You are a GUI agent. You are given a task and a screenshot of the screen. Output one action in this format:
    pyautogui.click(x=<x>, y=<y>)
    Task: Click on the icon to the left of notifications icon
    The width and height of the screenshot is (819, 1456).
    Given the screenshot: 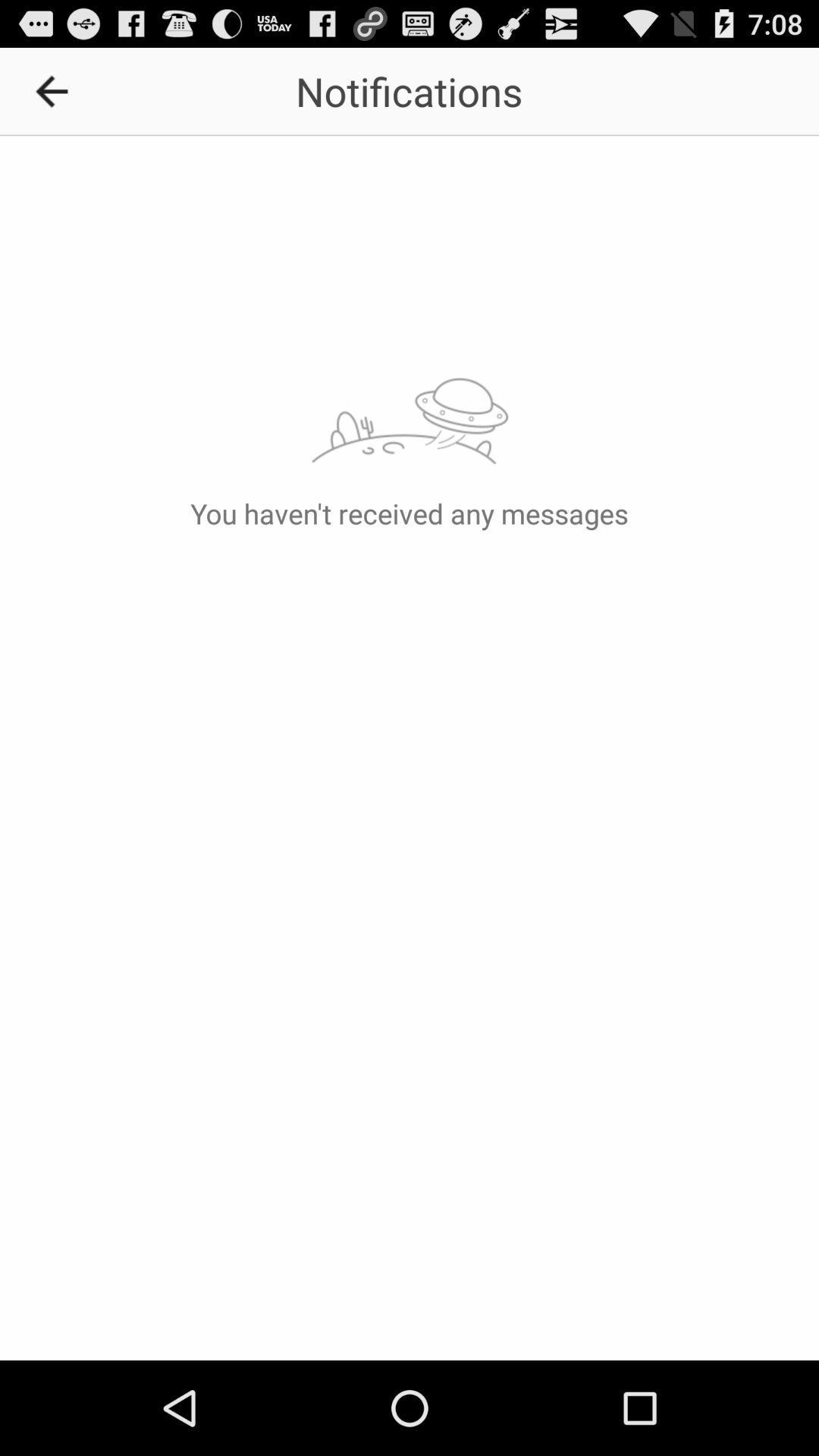 What is the action you would take?
    pyautogui.click(x=56, y=90)
    